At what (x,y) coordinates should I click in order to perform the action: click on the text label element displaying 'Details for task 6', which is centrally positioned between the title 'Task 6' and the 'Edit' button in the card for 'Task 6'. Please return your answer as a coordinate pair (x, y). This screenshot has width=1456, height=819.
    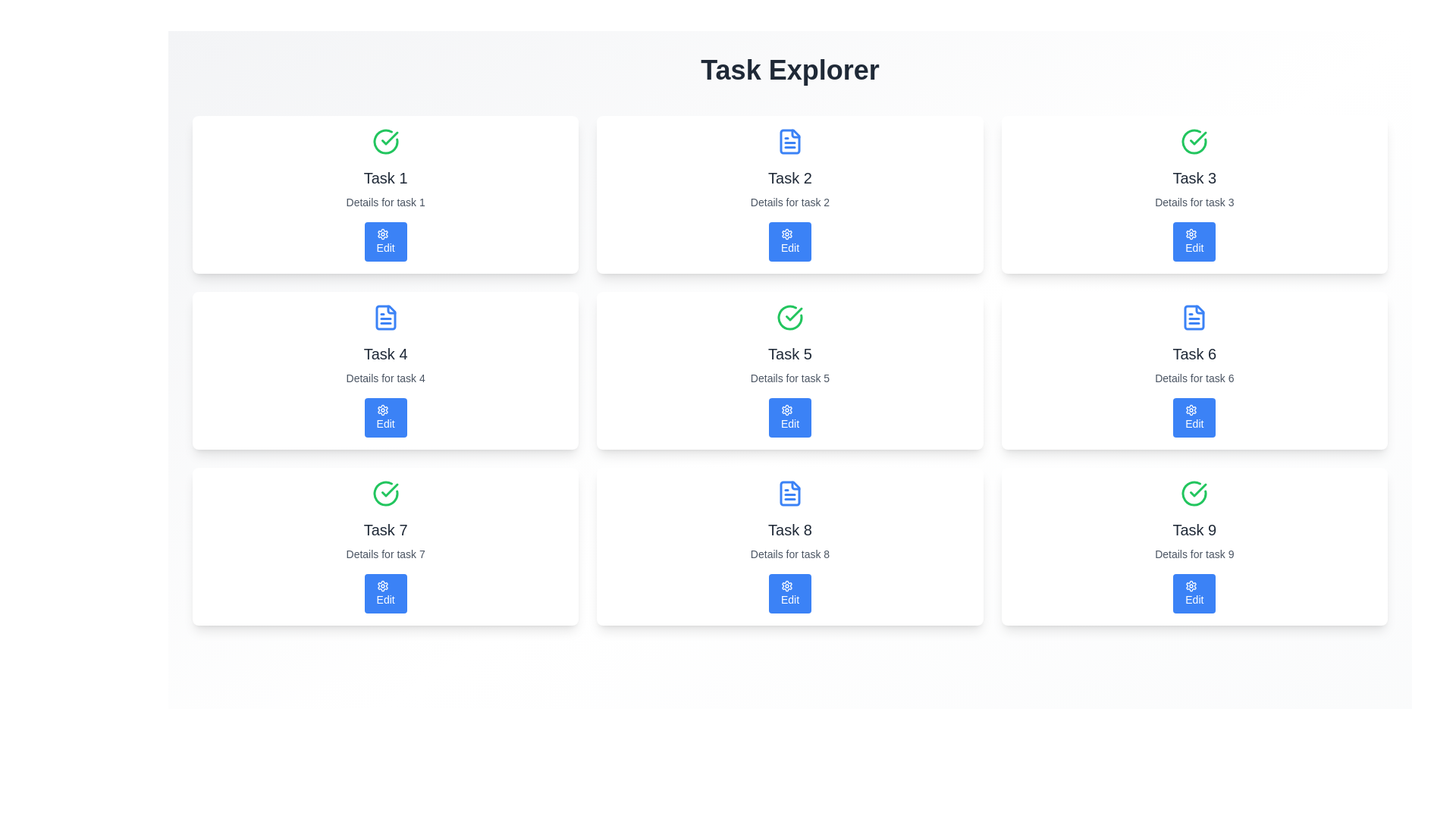
    Looking at the image, I should click on (1194, 377).